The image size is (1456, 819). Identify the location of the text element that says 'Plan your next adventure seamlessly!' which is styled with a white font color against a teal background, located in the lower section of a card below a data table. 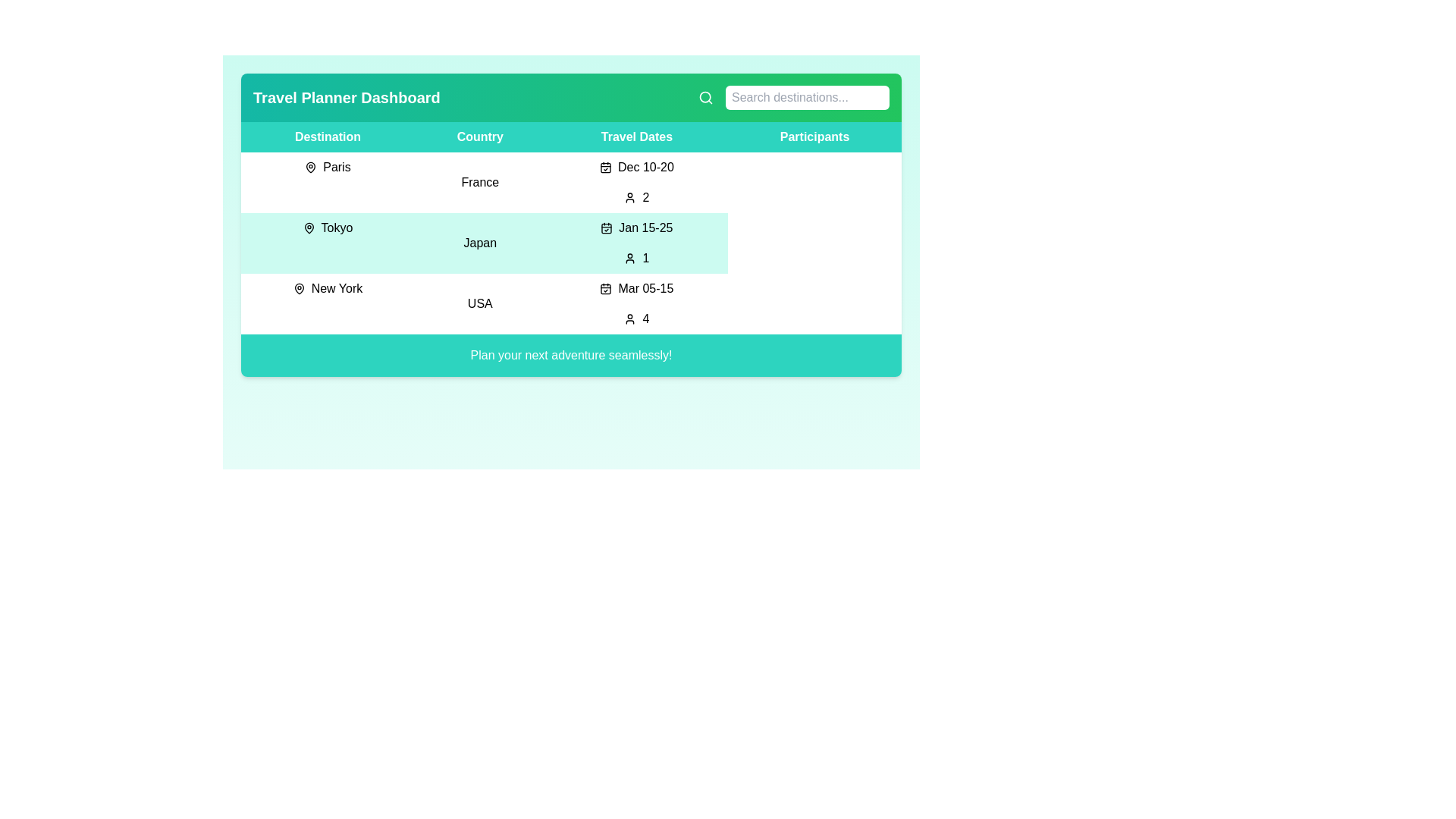
(570, 356).